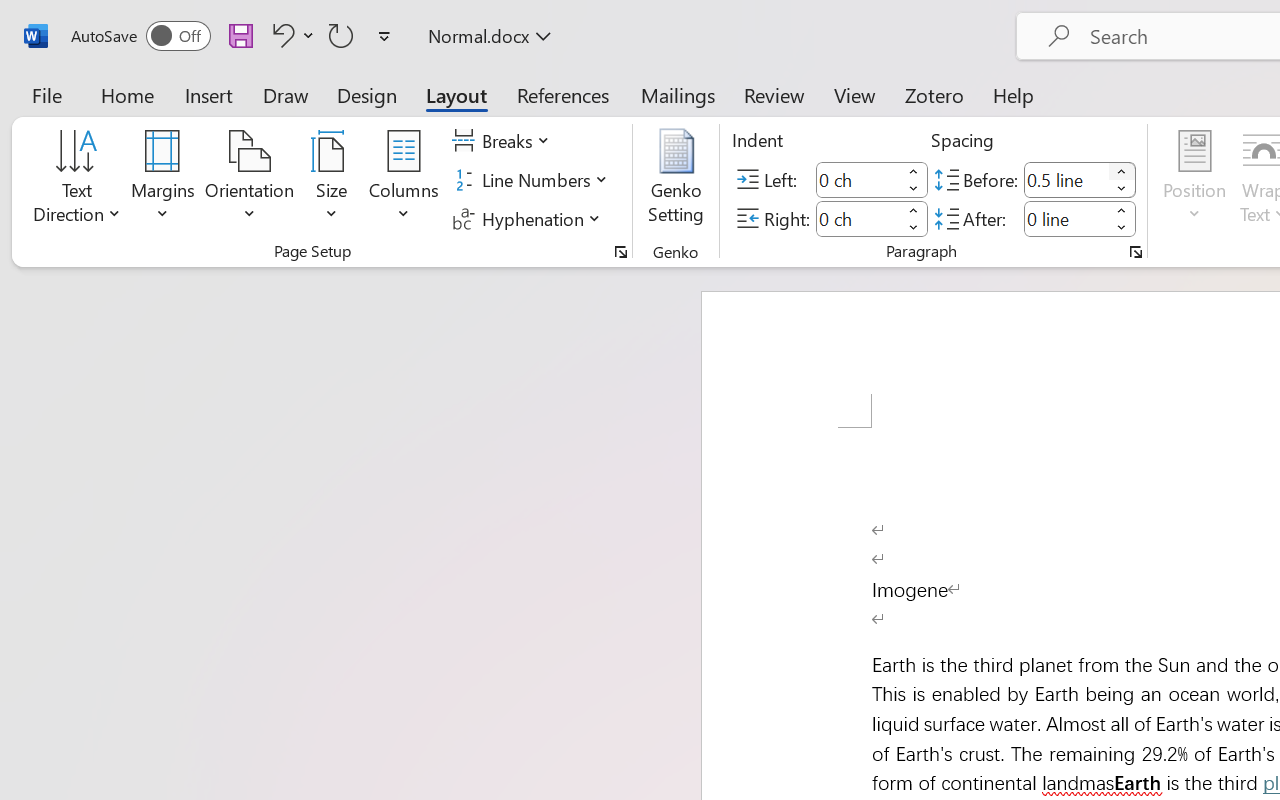  I want to click on 'Page Setup...', so click(620, 251).